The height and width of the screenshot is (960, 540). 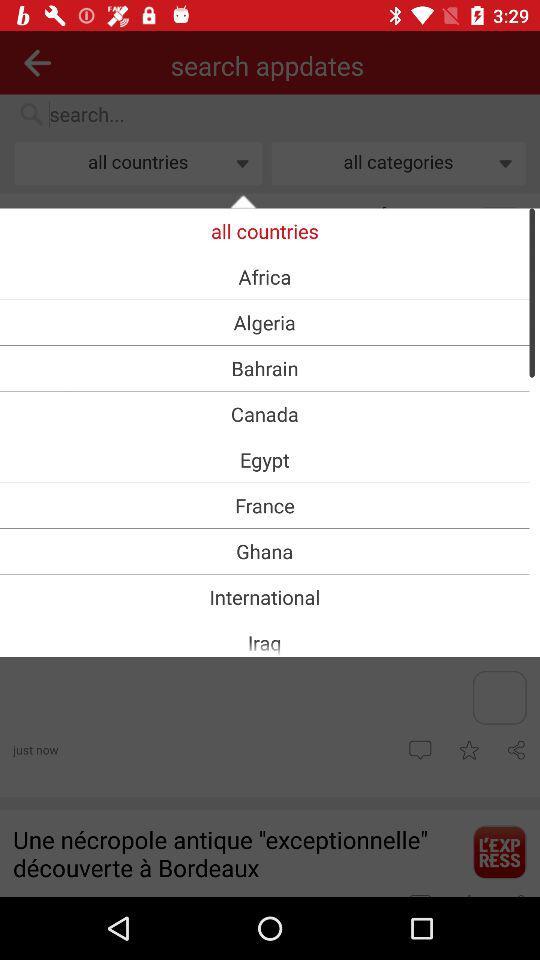 I want to click on item above the iraq icon, so click(x=264, y=597).